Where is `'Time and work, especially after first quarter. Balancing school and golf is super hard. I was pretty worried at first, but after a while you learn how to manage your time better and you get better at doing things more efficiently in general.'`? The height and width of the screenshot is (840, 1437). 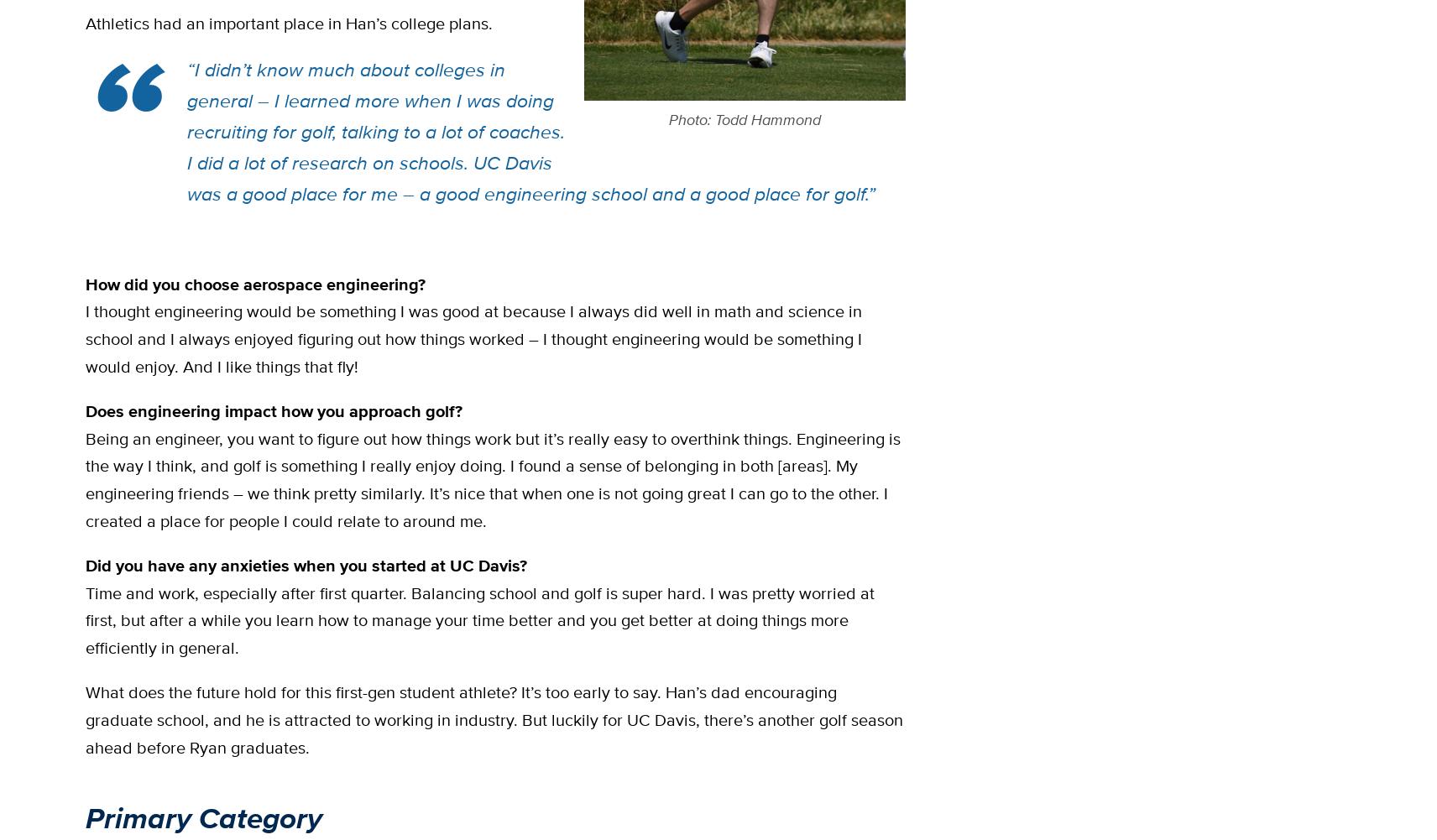 'Time and work, especially after first quarter. Balancing school and golf is super hard. I was pretty worried at first, but after a while you learn how to manage your time better and you get better at doing things more efficiently in general.' is located at coordinates (478, 619).